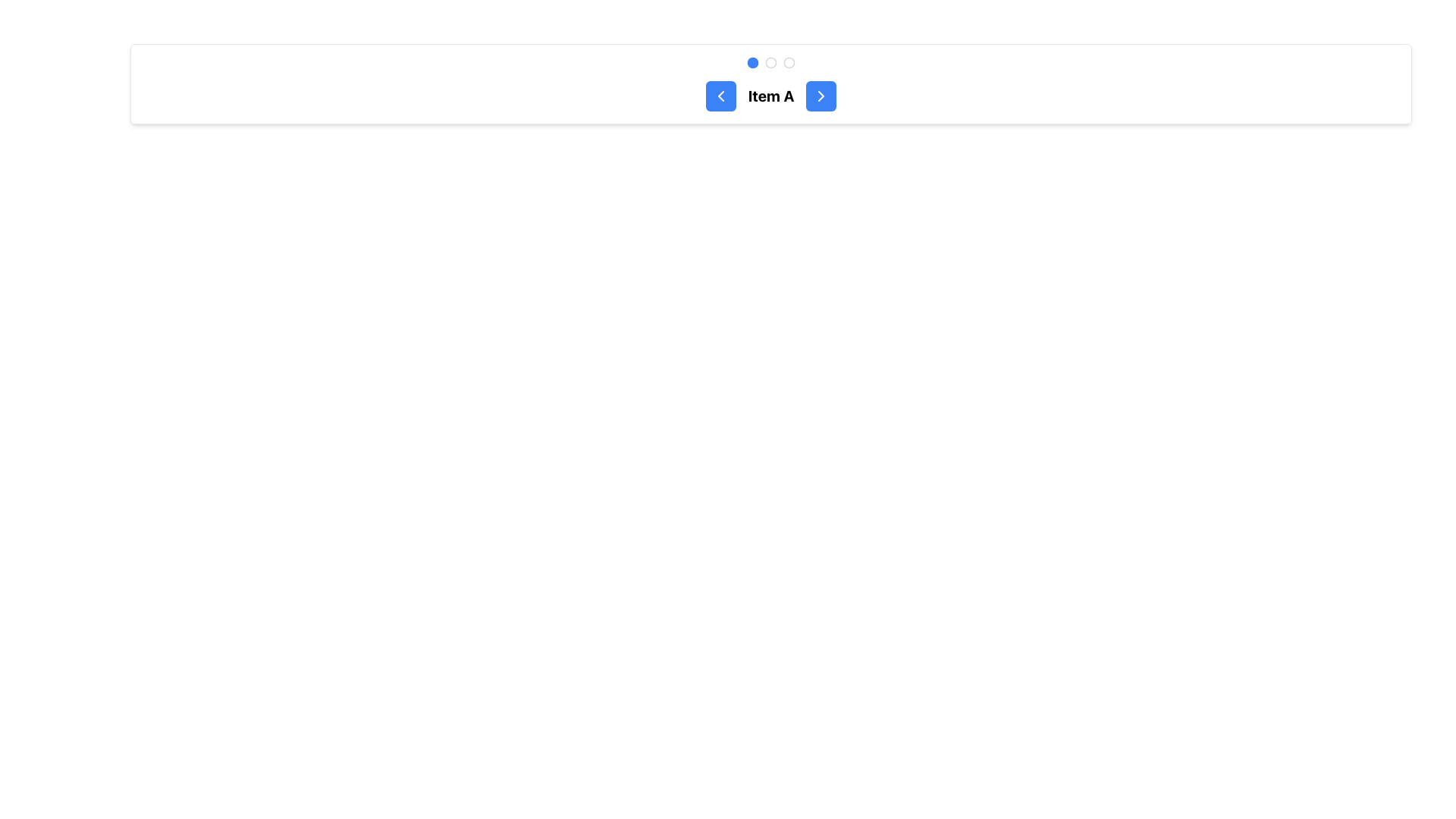 The height and width of the screenshot is (819, 1456). Describe the element at coordinates (771, 96) in the screenshot. I see `the bold, extra-large font title displaying 'Item A' located centrally in the navigation bar at the top of the interface` at that location.